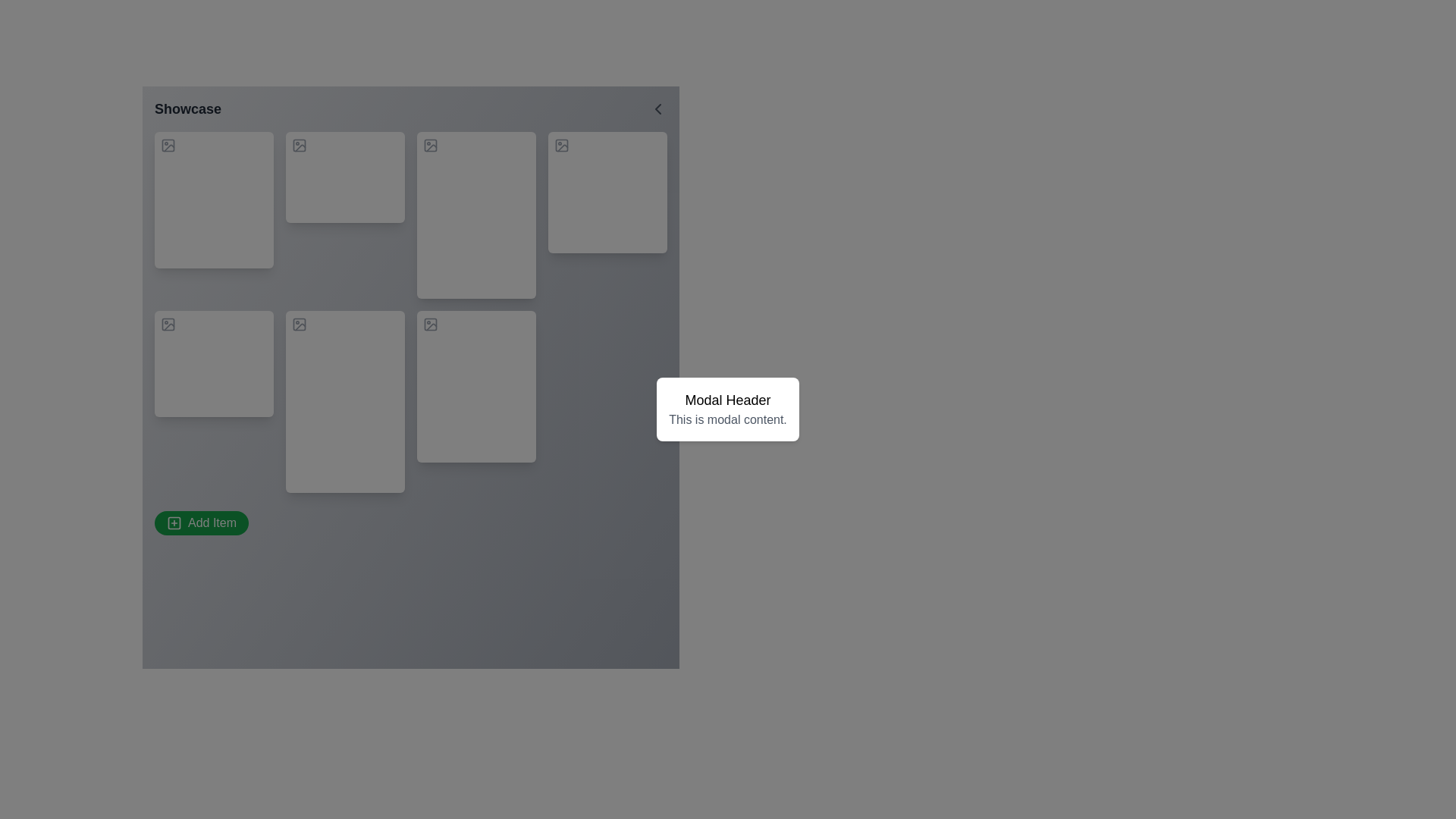  Describe the element at coordinates (429, 146) in the screenshot. I see `the image icon located in the top-right corner of the second card in the 'Showcase' section, which features a gray rectangle with rounded corners and a circle inside, along with a slanted line` at that location.